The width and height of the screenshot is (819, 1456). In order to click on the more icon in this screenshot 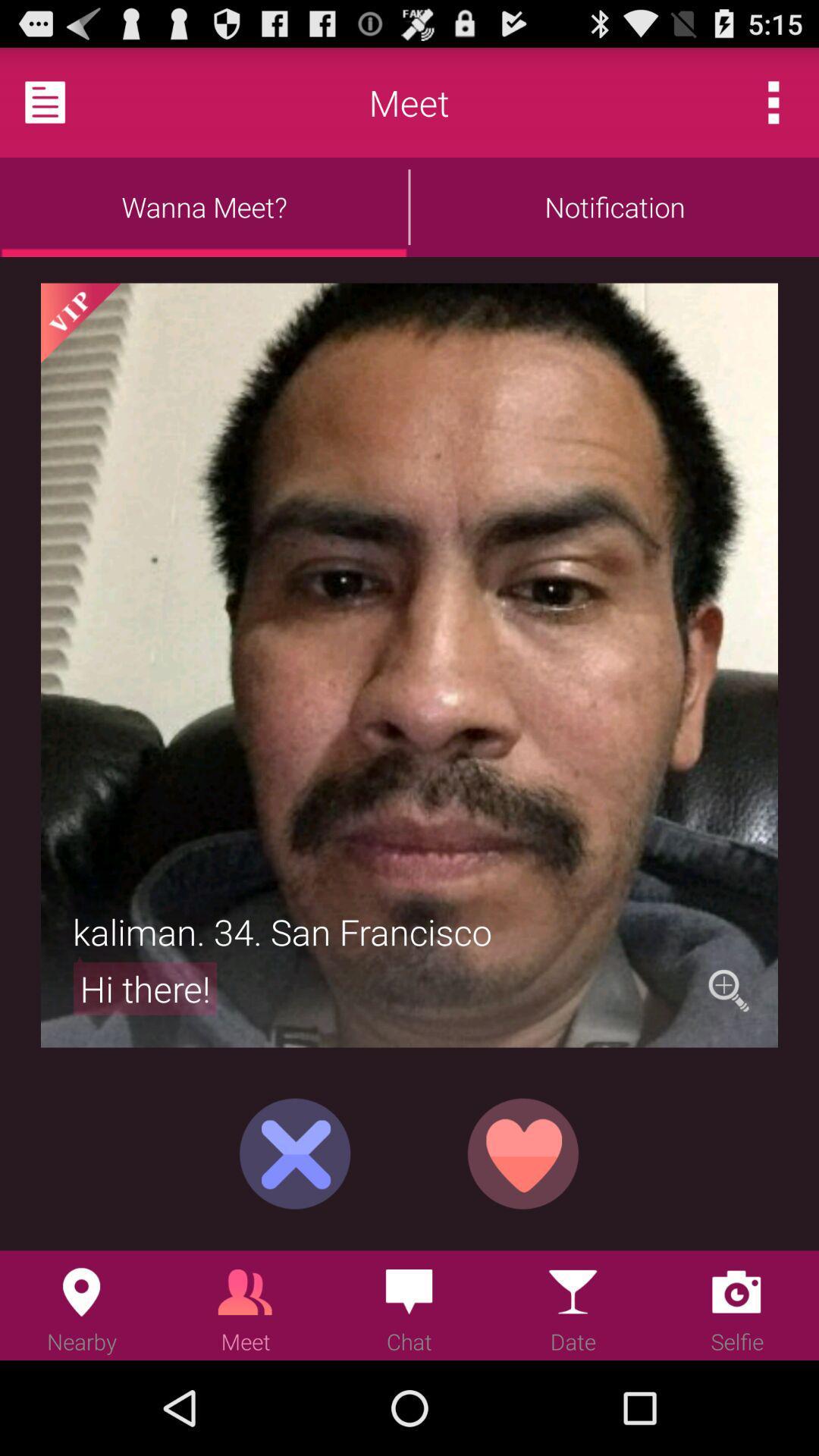, I will do `click(773, 108)`.